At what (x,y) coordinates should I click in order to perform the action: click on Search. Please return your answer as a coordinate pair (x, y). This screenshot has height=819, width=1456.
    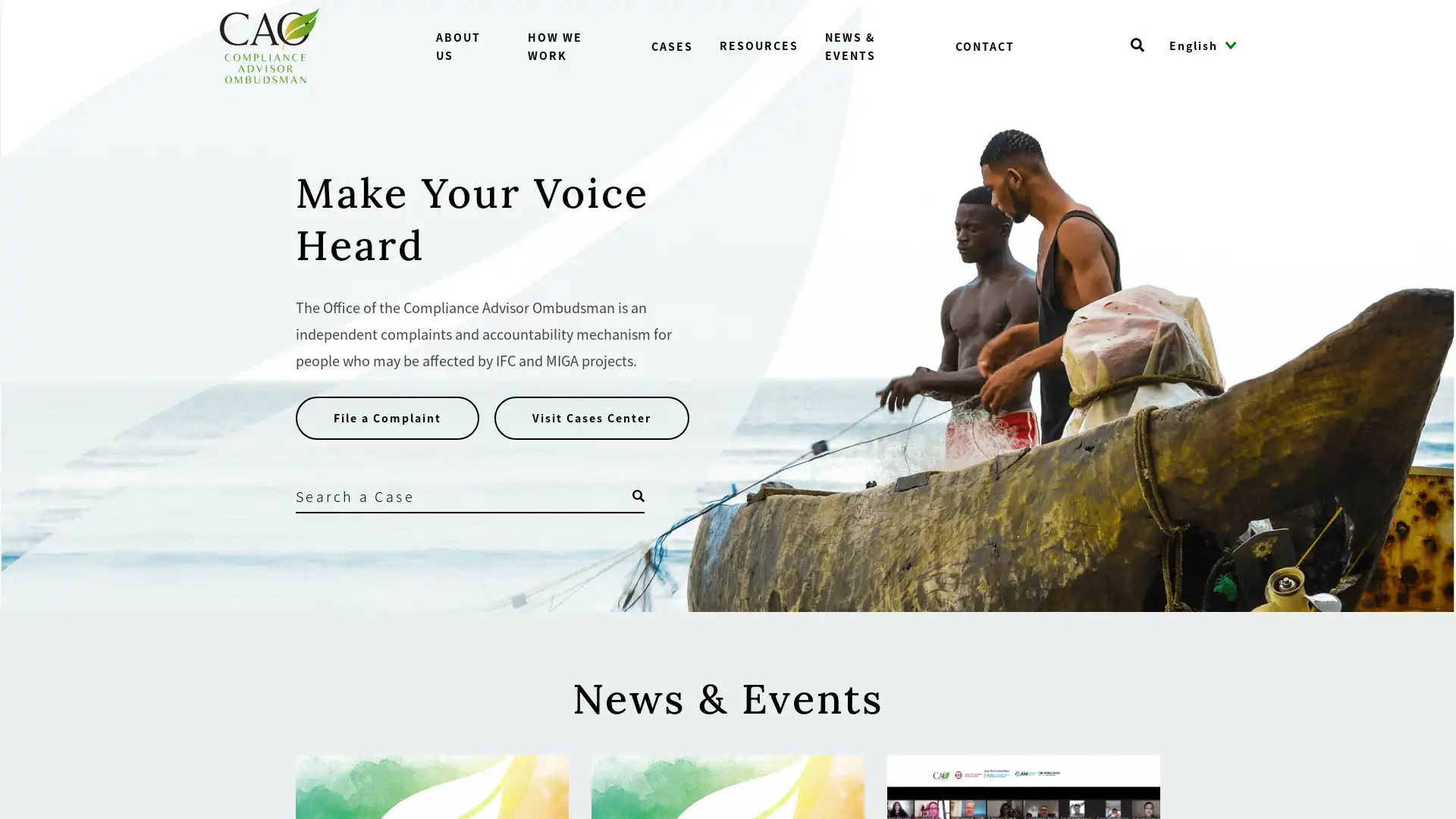
    Looking at the image, I should click on (1130, 63).